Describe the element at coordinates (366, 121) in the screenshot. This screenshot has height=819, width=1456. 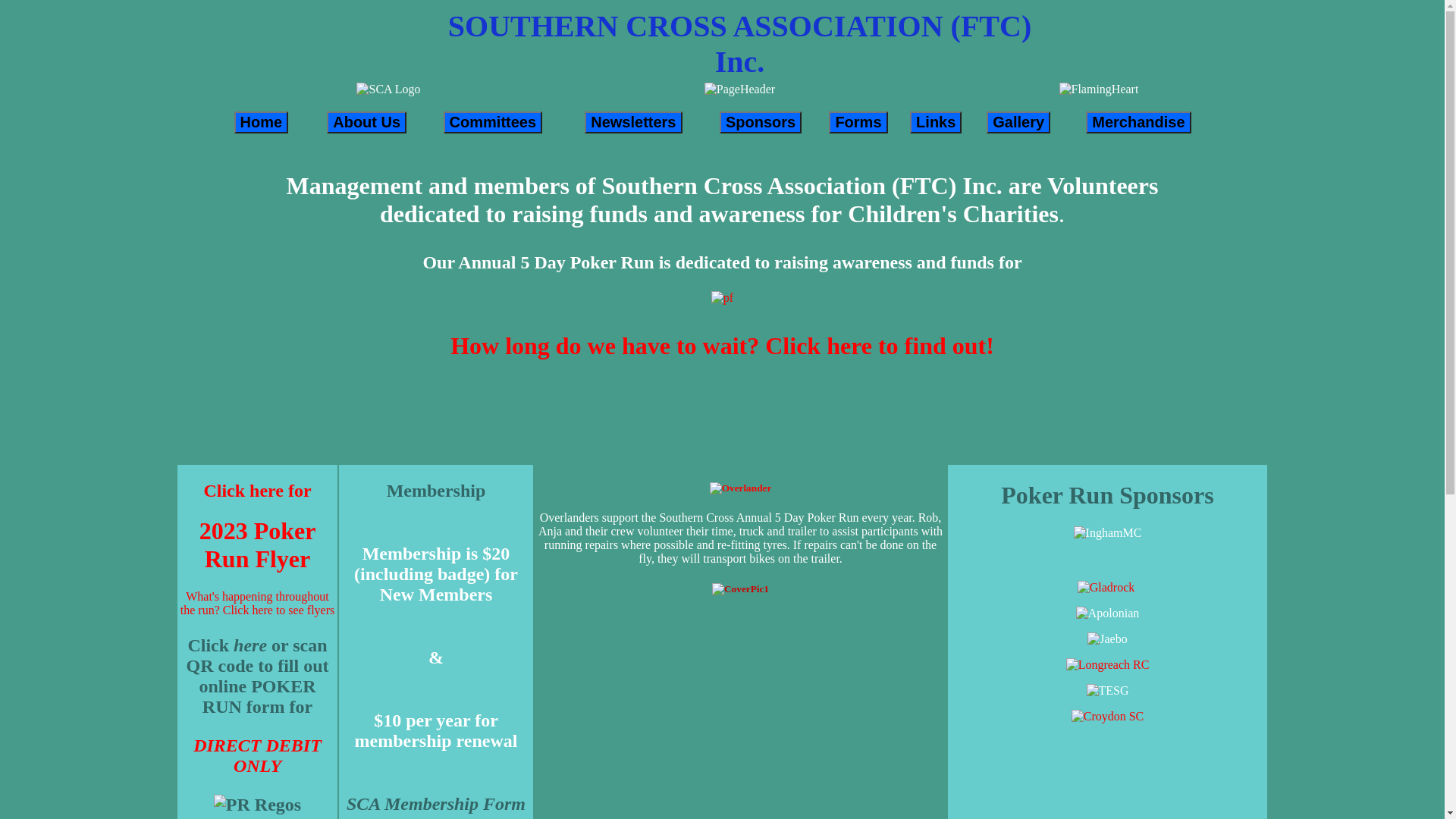
I see `'About Us'` at that location.